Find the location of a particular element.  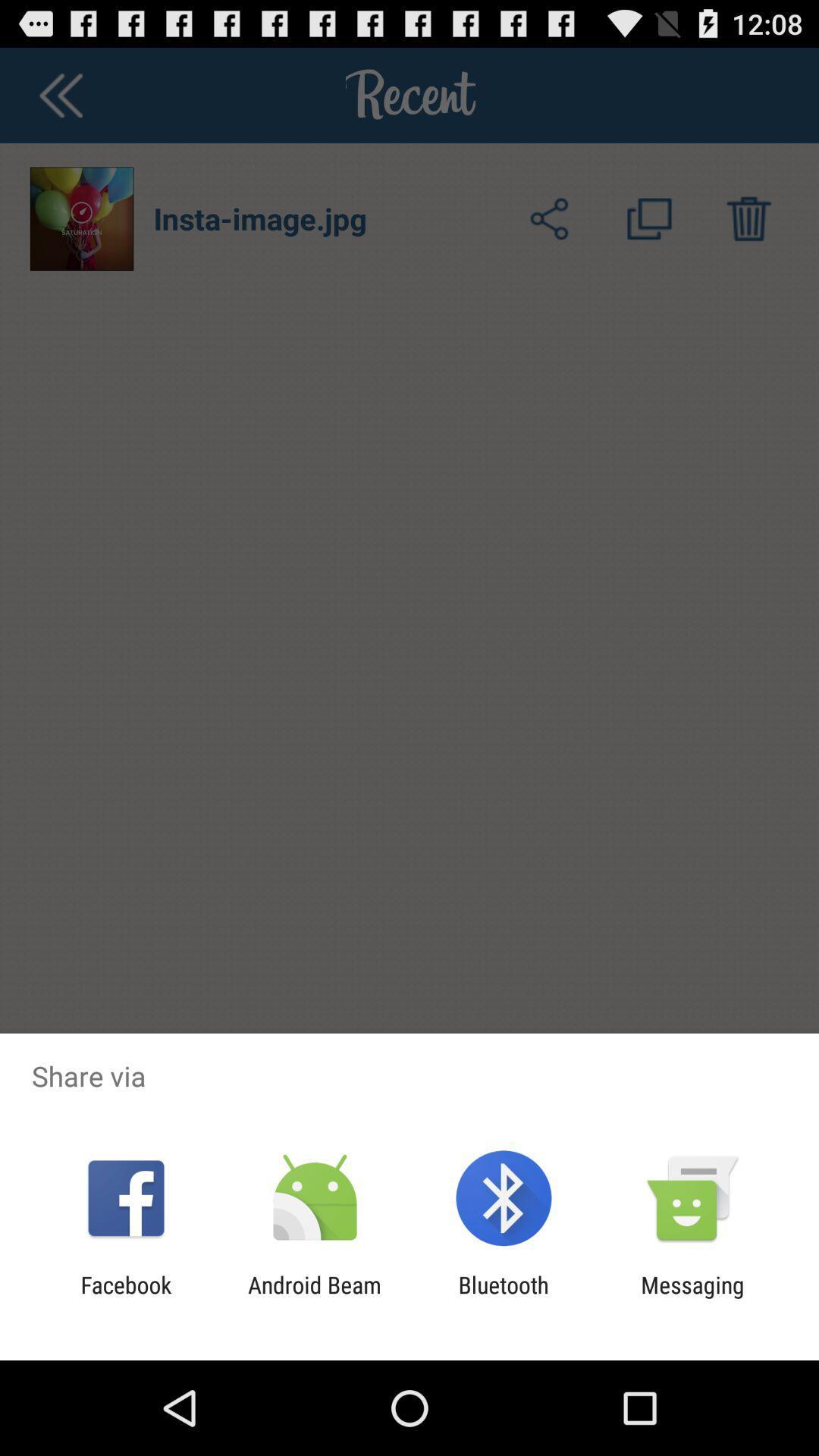

android beam app is located at coordinates (314, 1298).